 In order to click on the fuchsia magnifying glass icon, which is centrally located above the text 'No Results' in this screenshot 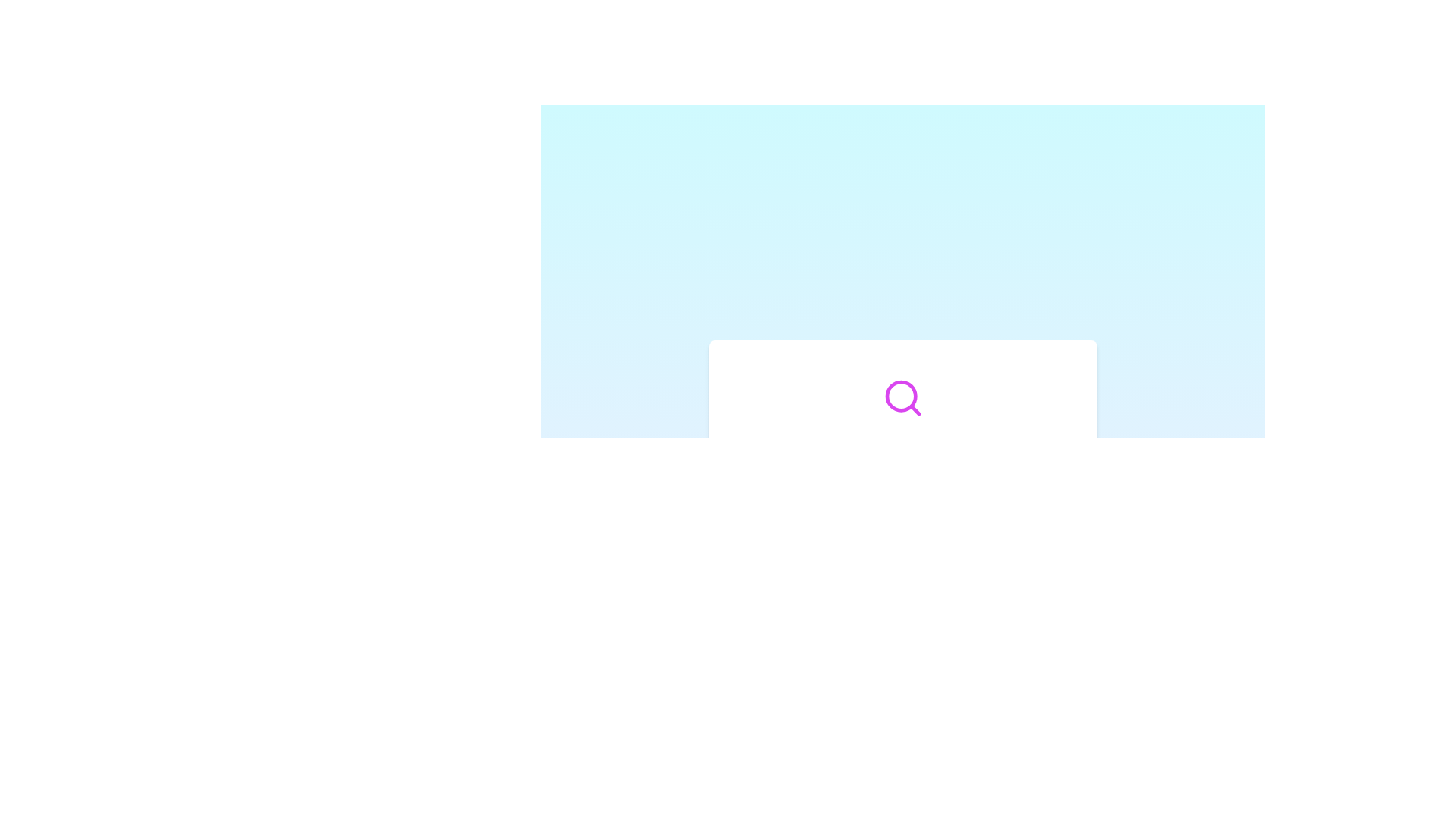, I will do `click(902, 397)`.